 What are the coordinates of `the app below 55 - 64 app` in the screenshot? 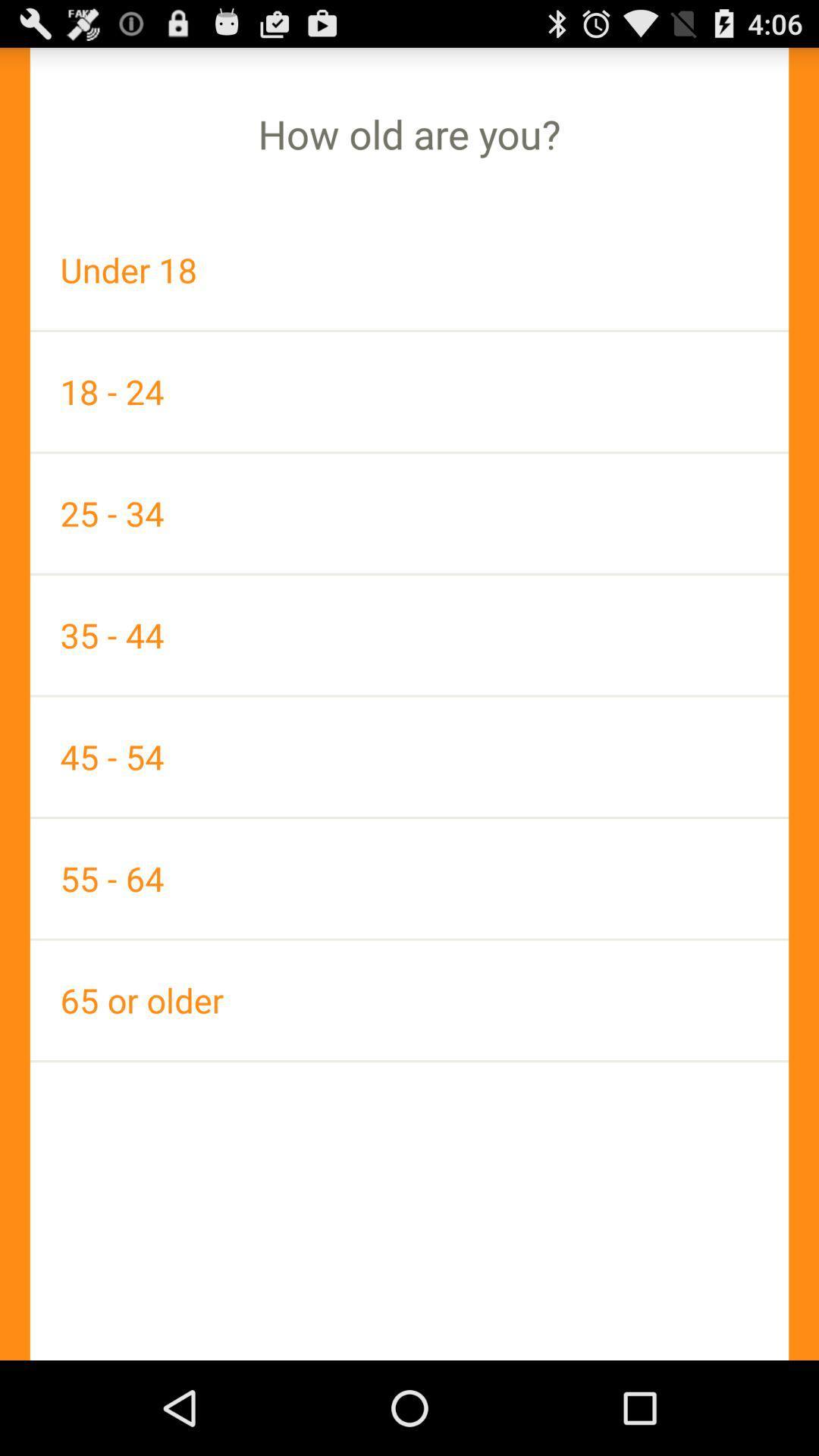 It's located at (409, 1000).